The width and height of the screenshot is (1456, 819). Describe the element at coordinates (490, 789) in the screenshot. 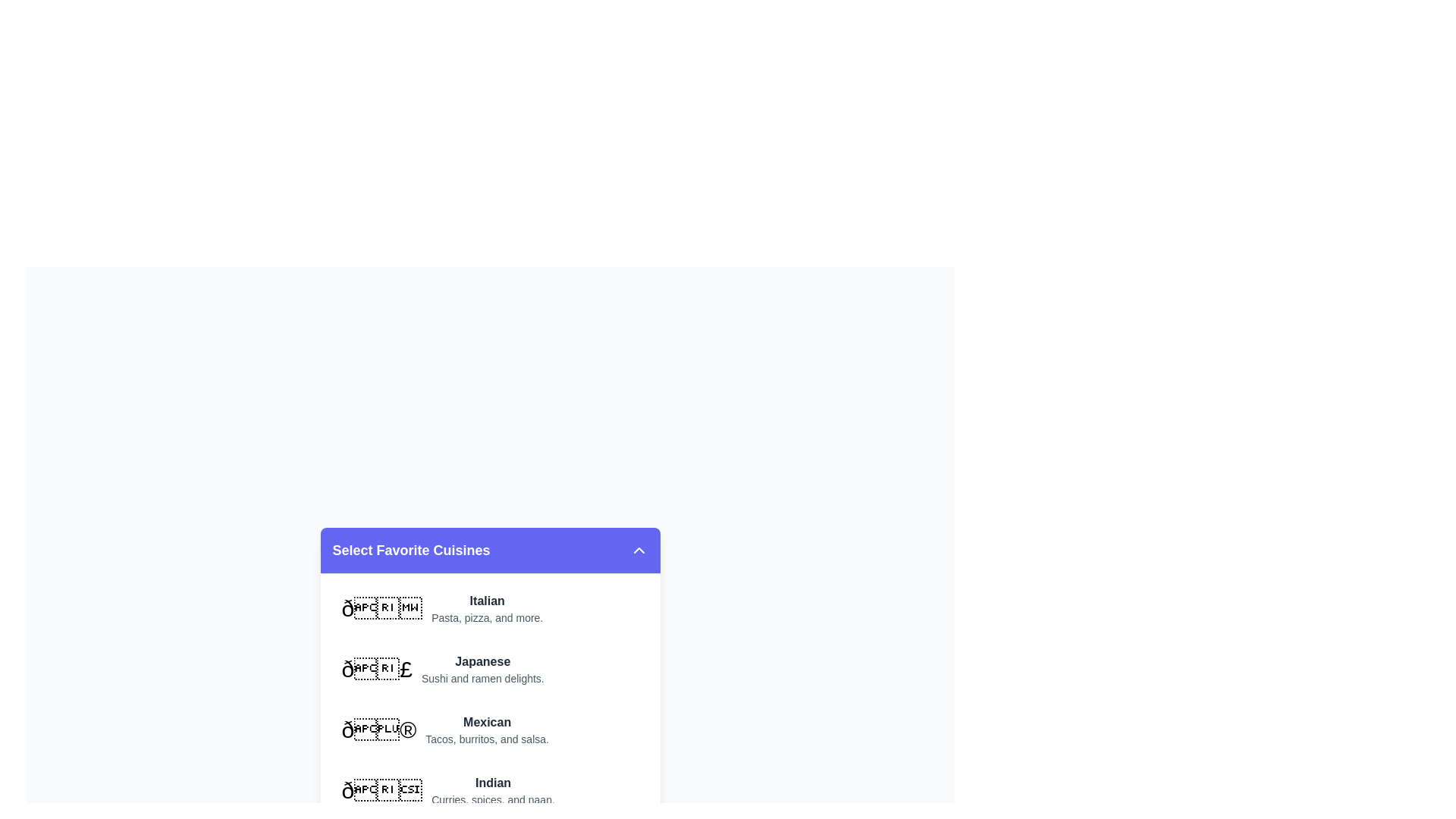

I see `the fourth selectable list item displaying 'Indian' with the description 'Curries, spices, and naan.'` at that location.